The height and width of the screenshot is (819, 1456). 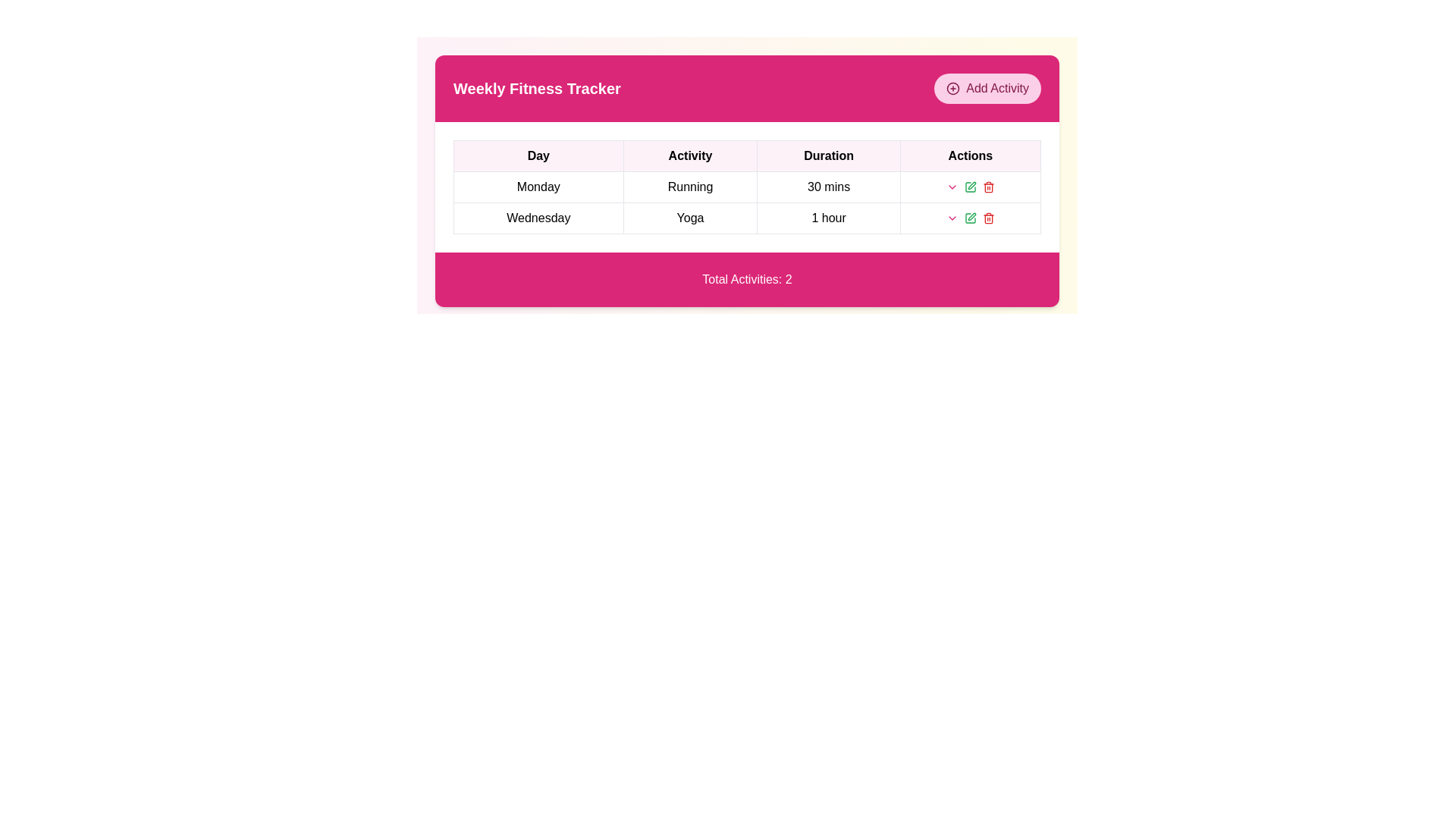 What do you see at coordinates (969, 186) in the screenshot?
I see `the edit button located in the 'Actions' column of the second row (Yoga) in the table to initiate editing` at bounding box center [969, 186].